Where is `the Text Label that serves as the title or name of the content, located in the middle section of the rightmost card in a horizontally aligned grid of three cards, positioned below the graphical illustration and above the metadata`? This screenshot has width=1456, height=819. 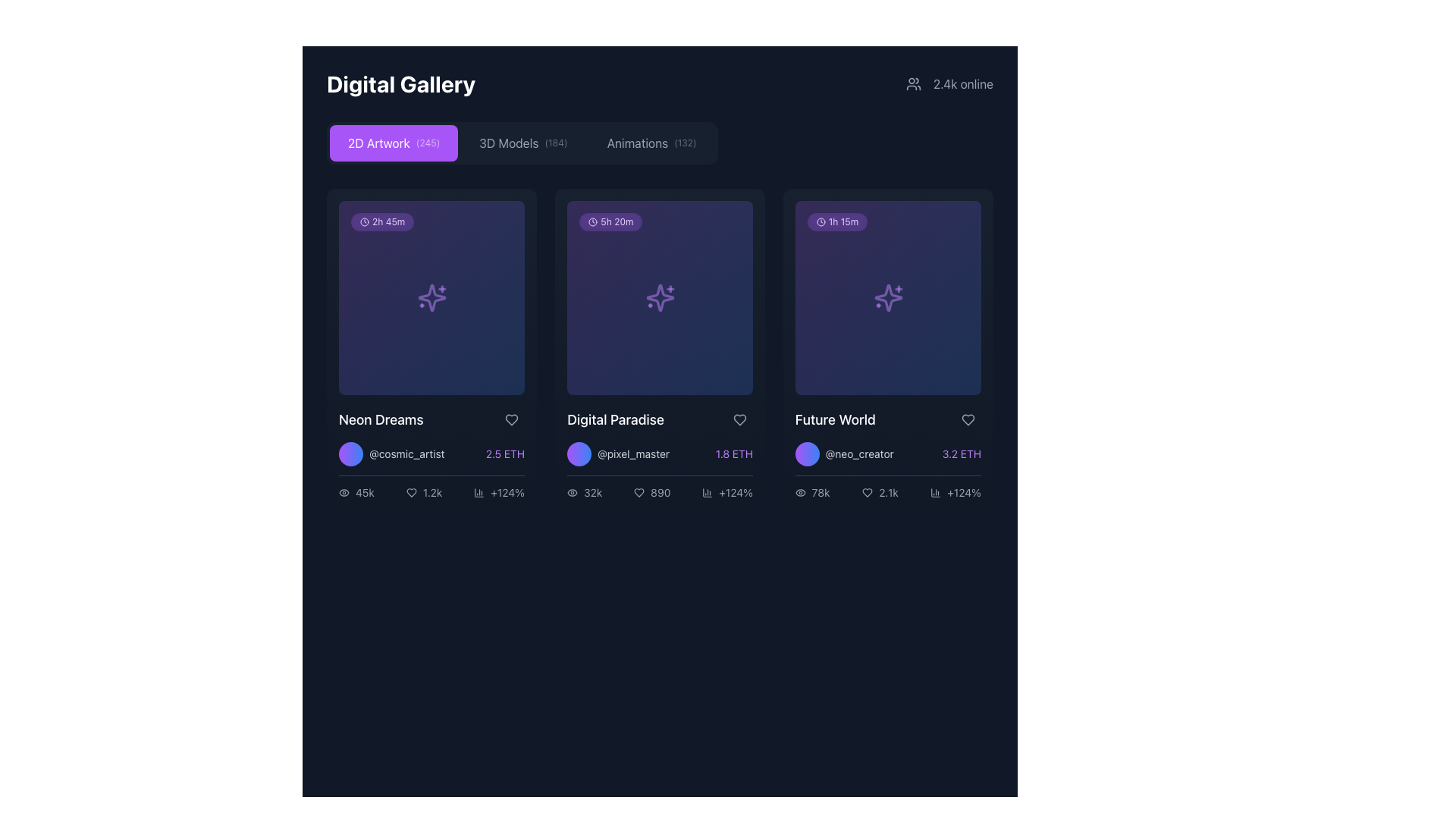 the Text Label that serves as the title or name of the content, located in the middle section of the rightmost card in a horizontally aligned grid of three cards, positioned below the graphical illustration and above the metadata is located at coordinates (835, 420).